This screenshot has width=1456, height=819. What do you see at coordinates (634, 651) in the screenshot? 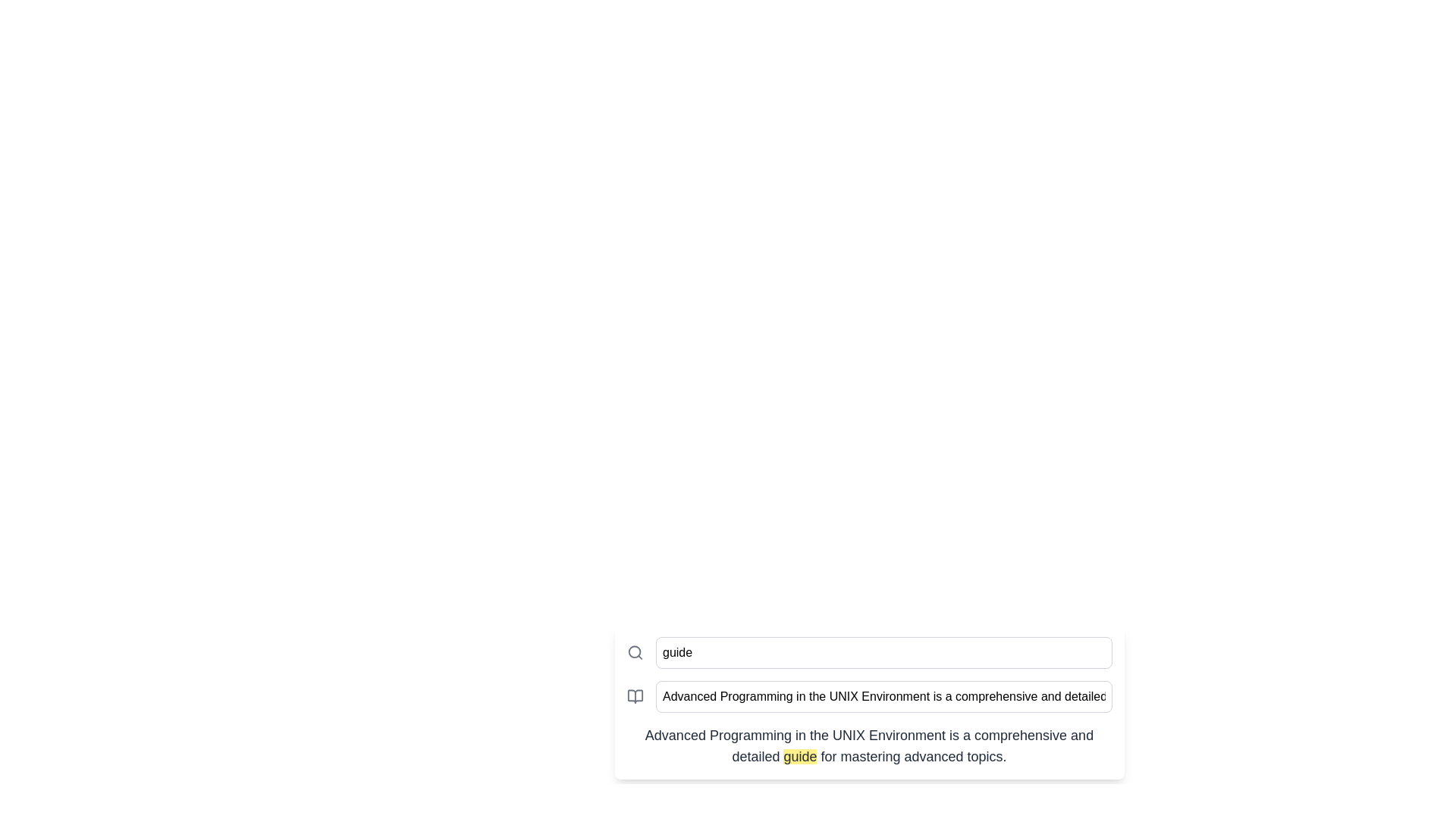
I see `the circular part of the magnifying glass icon, which serves as a visual indicator for initiating a search operation` at bounding box center [634, 651].